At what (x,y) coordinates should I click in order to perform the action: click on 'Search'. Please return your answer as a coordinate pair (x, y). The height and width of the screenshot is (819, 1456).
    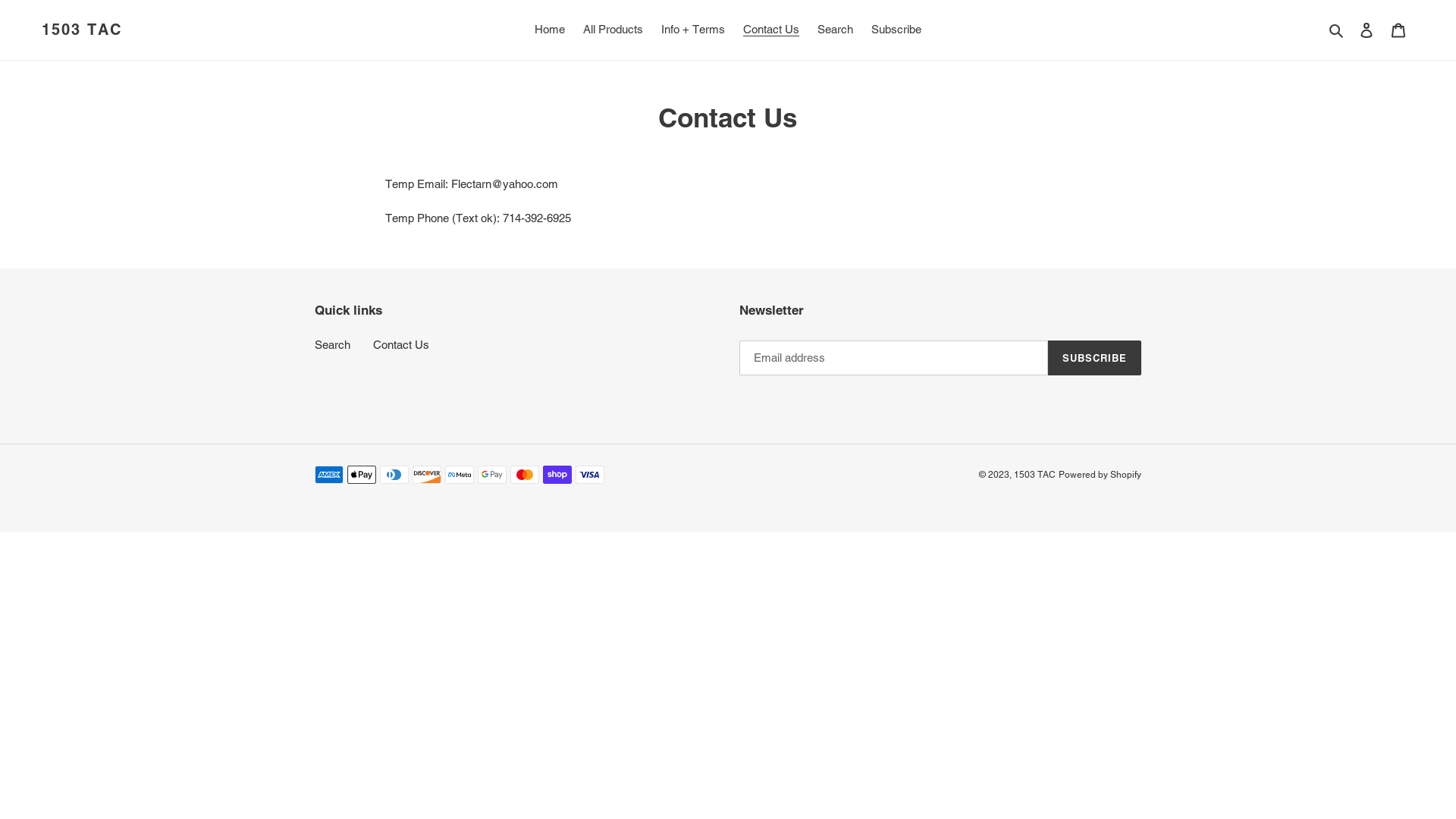
    Looking at the image, I should click on (834, 30).